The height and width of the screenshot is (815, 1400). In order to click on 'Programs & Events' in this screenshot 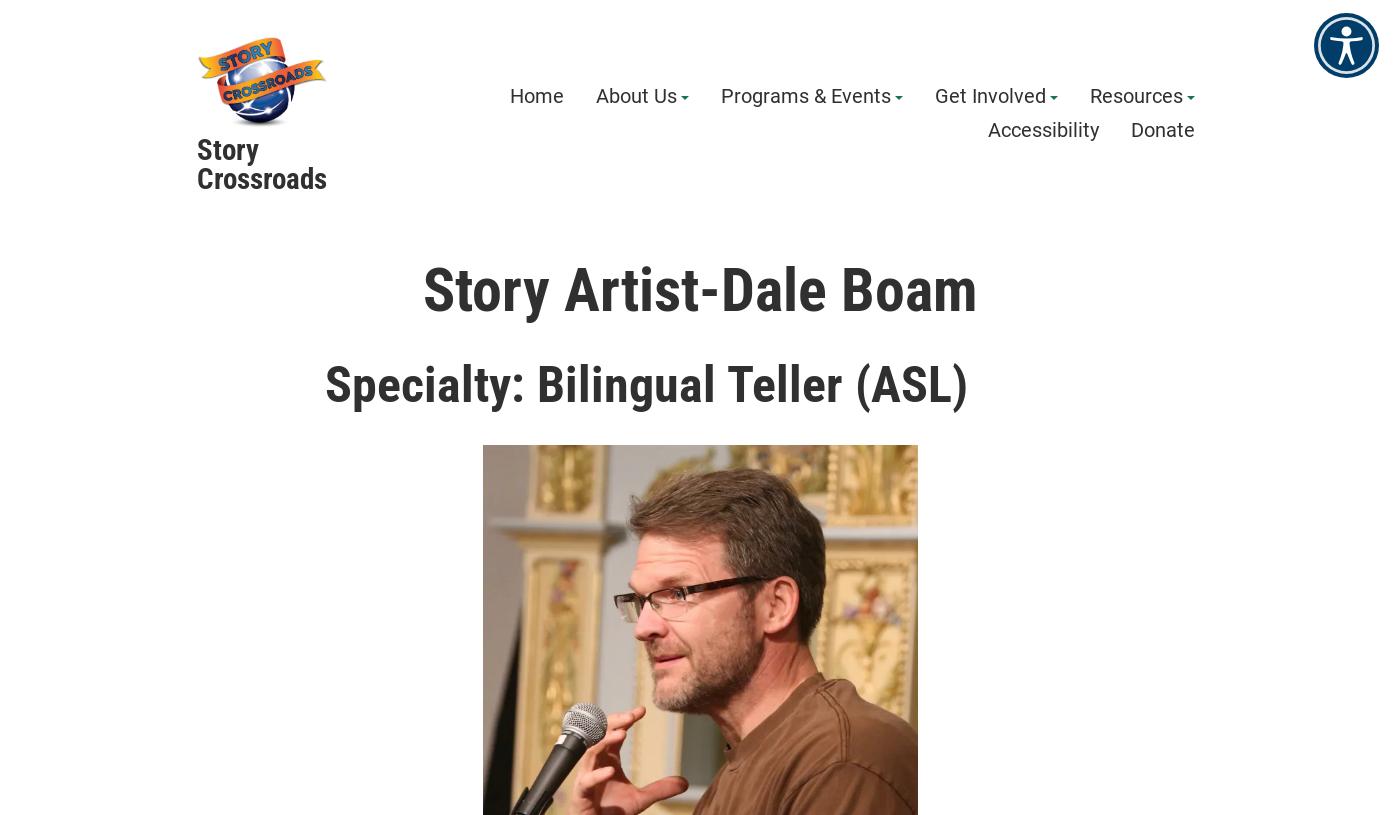, I will do `click(721, 95)`.